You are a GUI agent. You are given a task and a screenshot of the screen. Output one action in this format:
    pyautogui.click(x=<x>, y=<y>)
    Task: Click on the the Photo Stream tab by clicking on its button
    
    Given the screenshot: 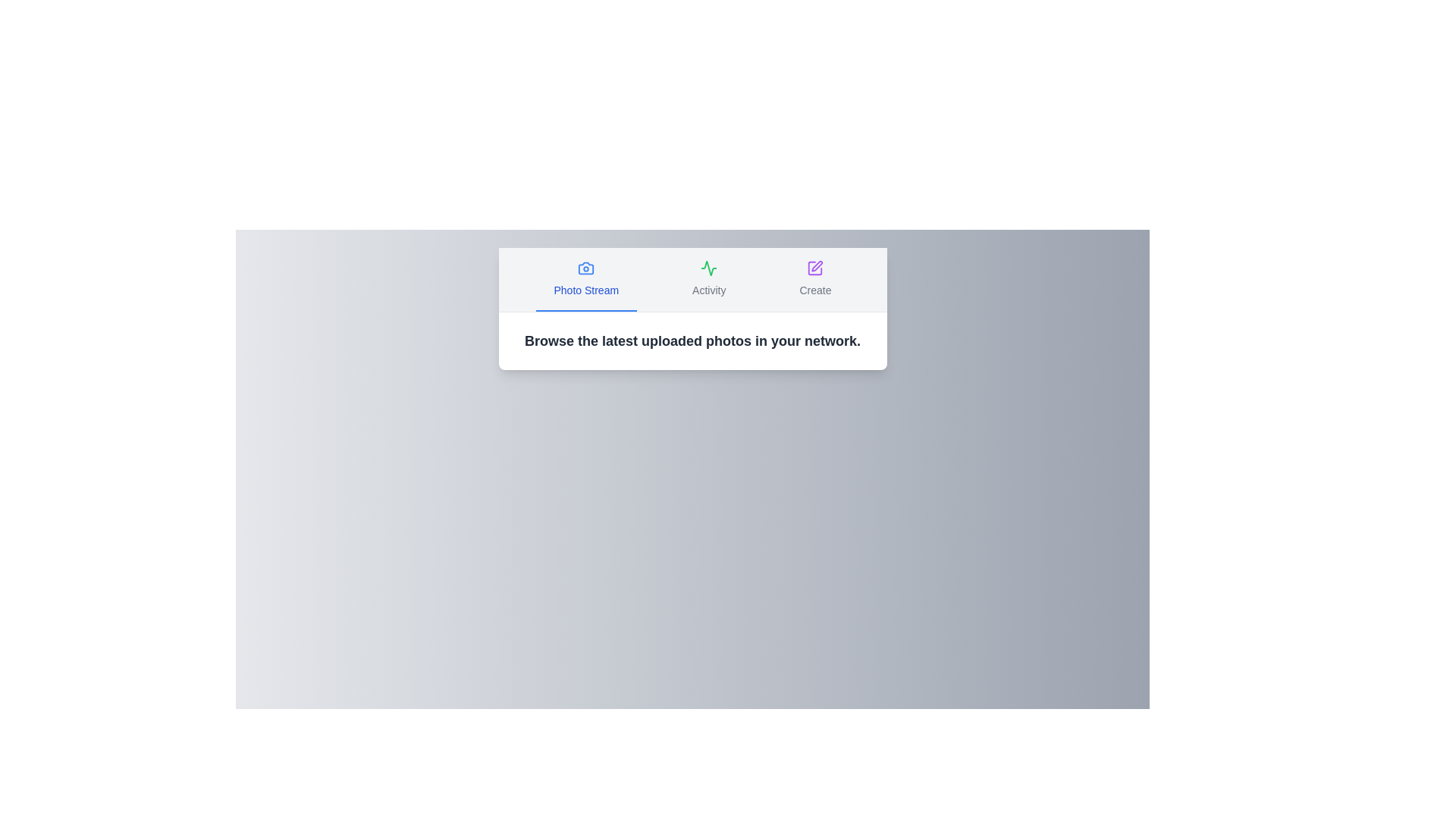 What is the action you would take?
    pyautogui.click(x=585, y=280)
    